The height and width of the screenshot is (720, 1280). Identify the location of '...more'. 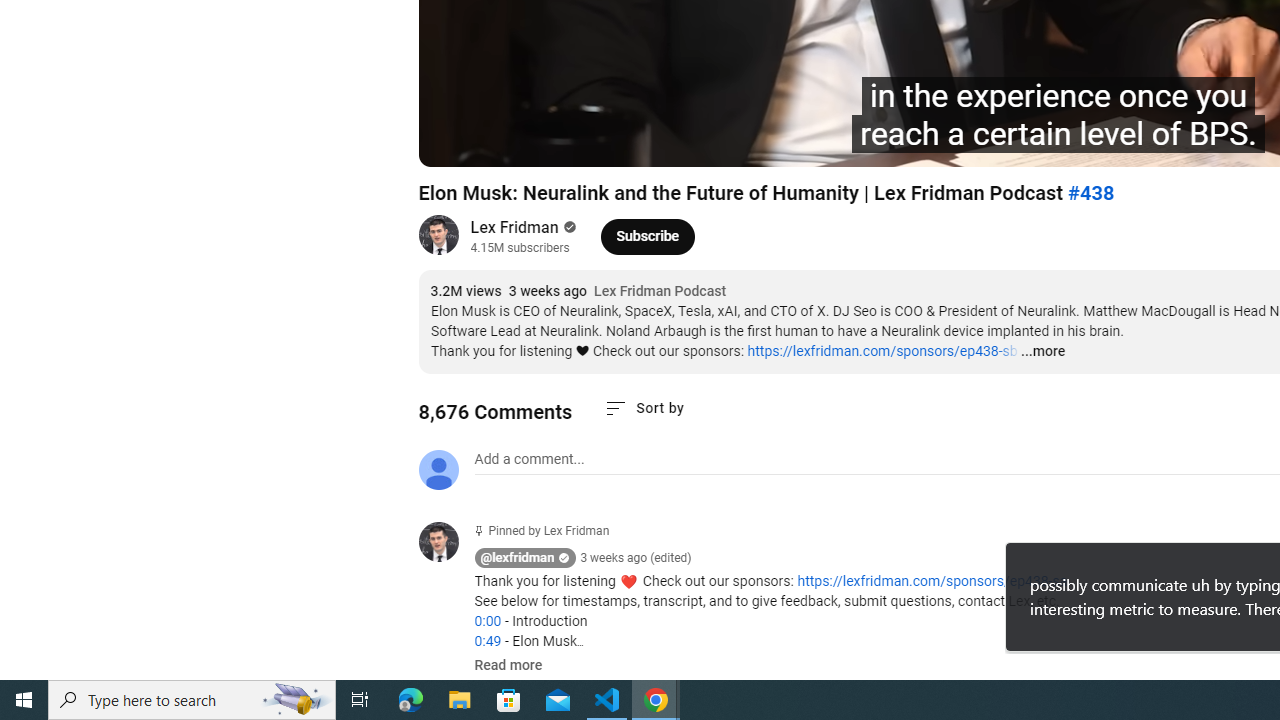
(1041, 351).